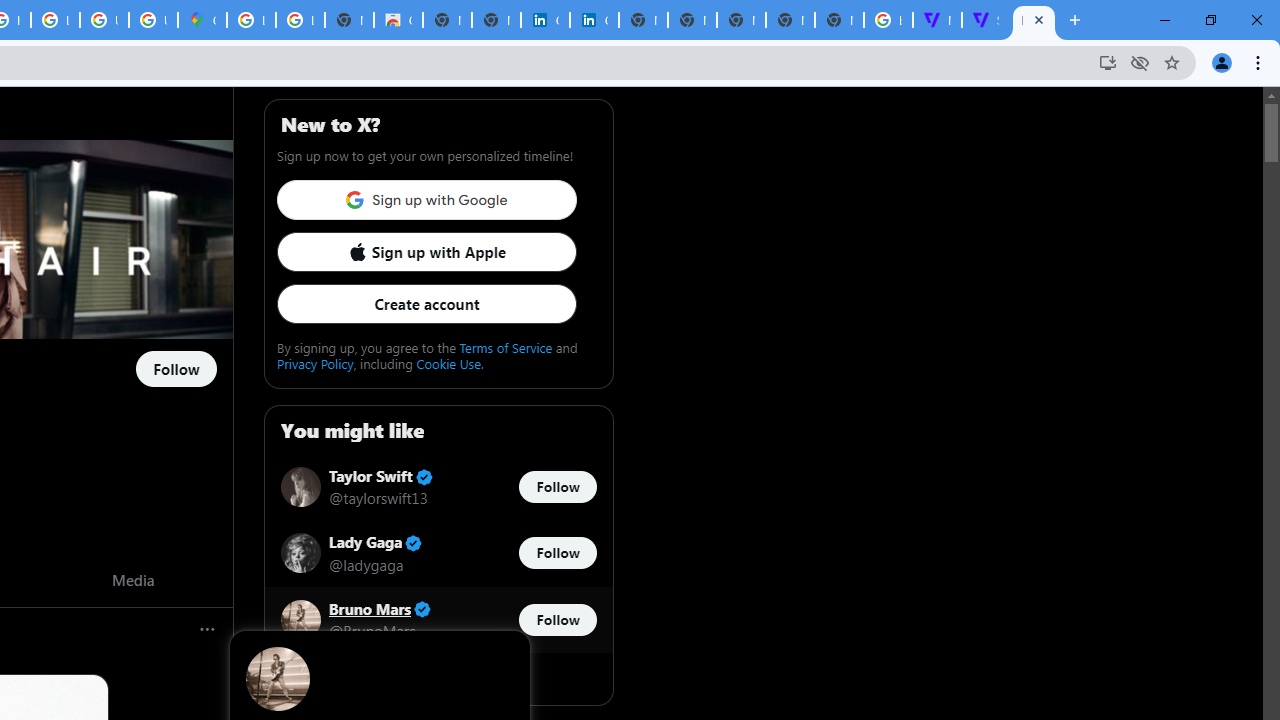 The height and width of the screenshot is (720, 1280). I want to click on 'Verified account', so click(422, 608).